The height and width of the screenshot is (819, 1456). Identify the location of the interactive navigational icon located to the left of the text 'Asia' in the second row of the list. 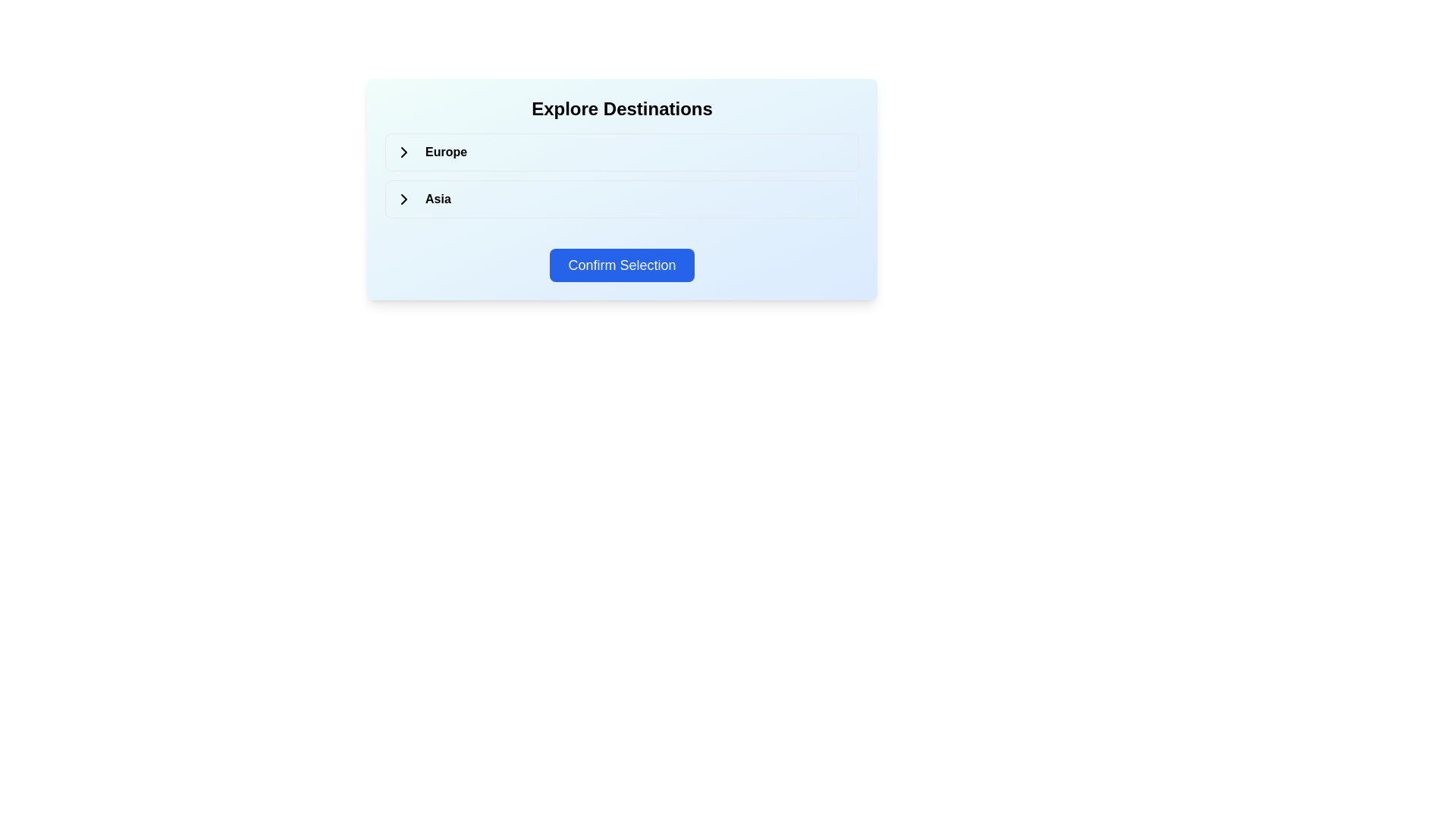
(403, 198).